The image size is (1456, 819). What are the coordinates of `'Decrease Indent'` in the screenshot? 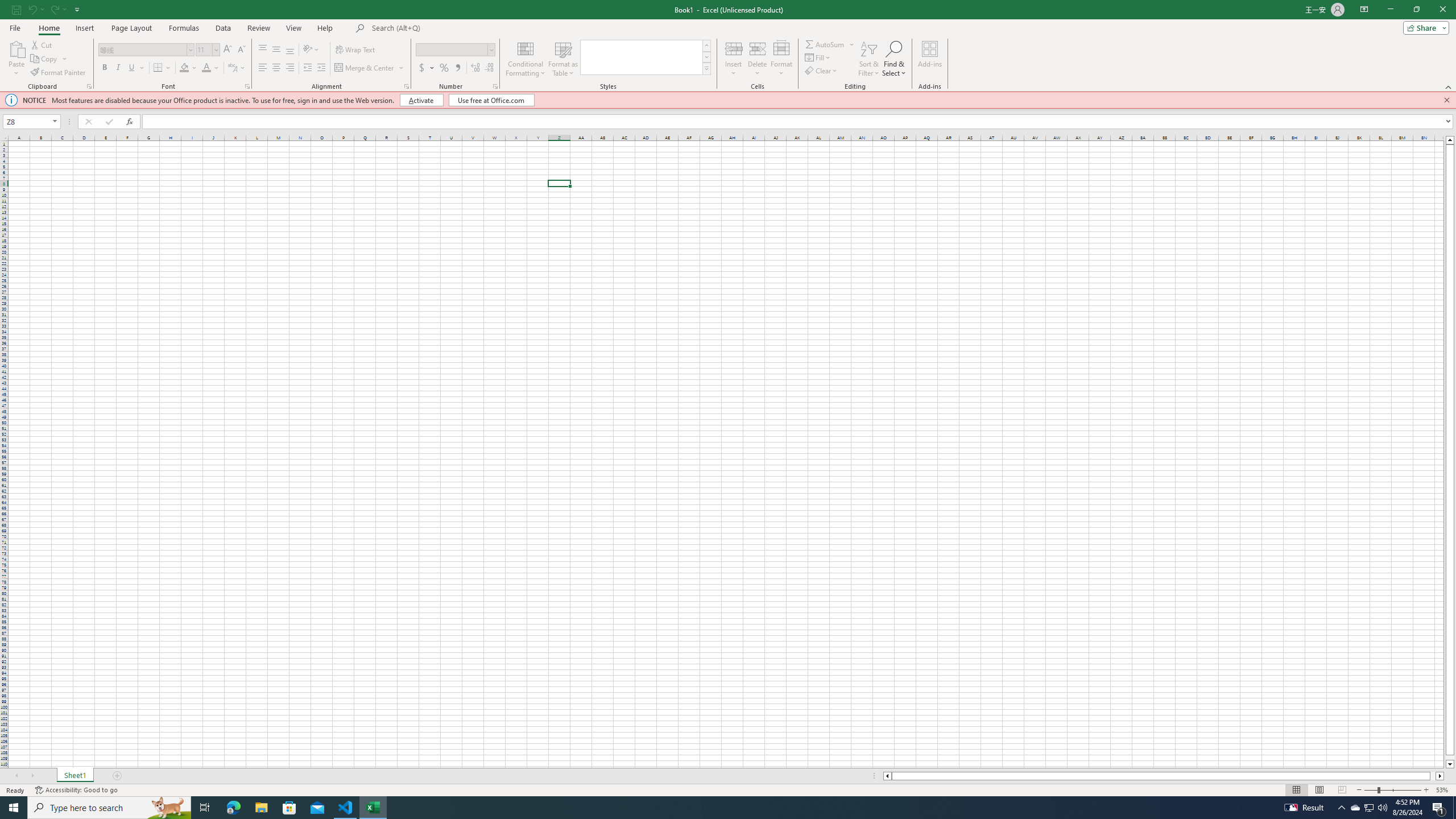 It's located at (308, 67).